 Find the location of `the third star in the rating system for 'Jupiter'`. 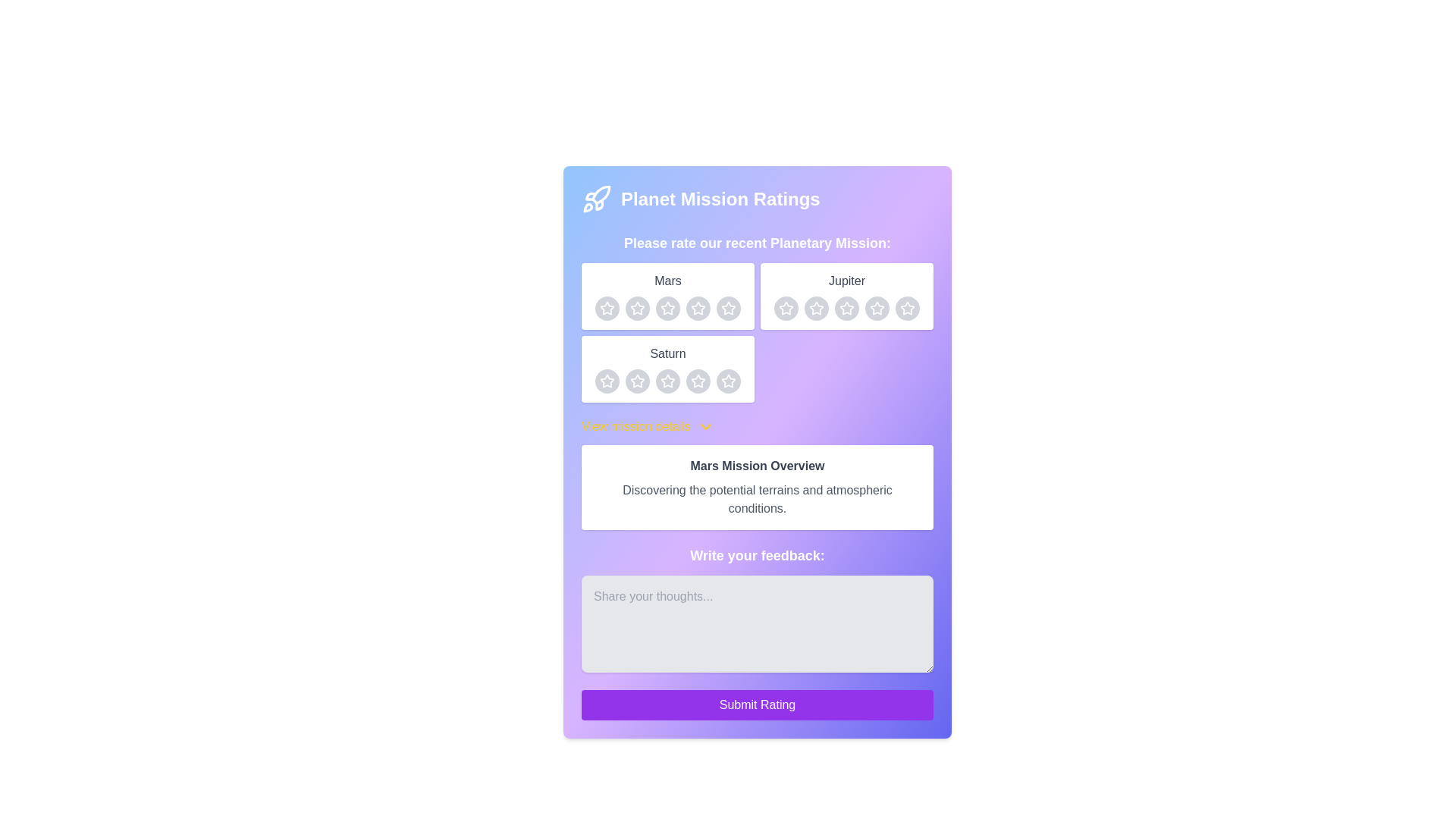

the third star in the rating system for 'Jupiter' is located at coordinates (846, 308).